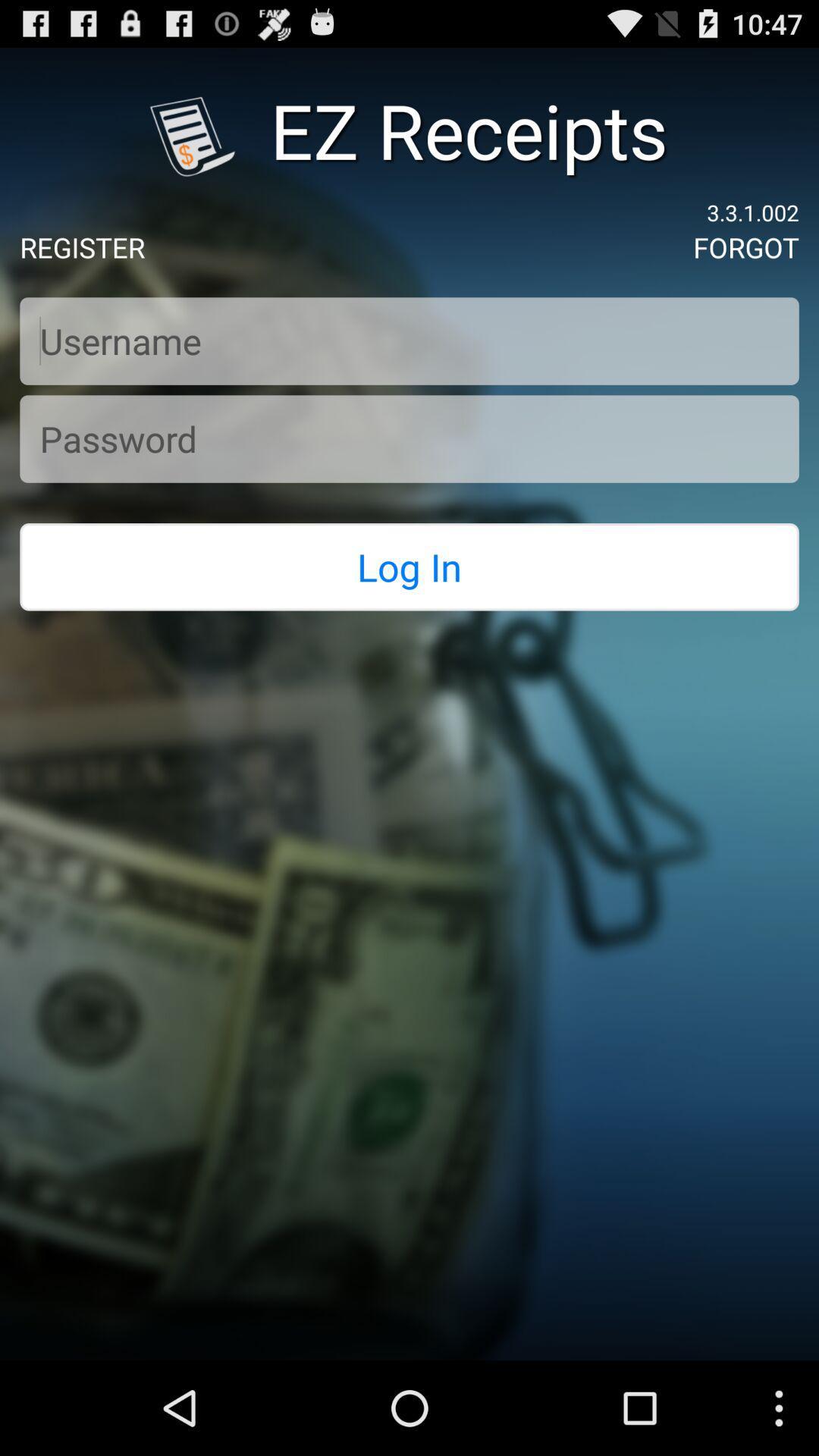  I want to click on item below 3 3 1 icon, so click(745, 247).